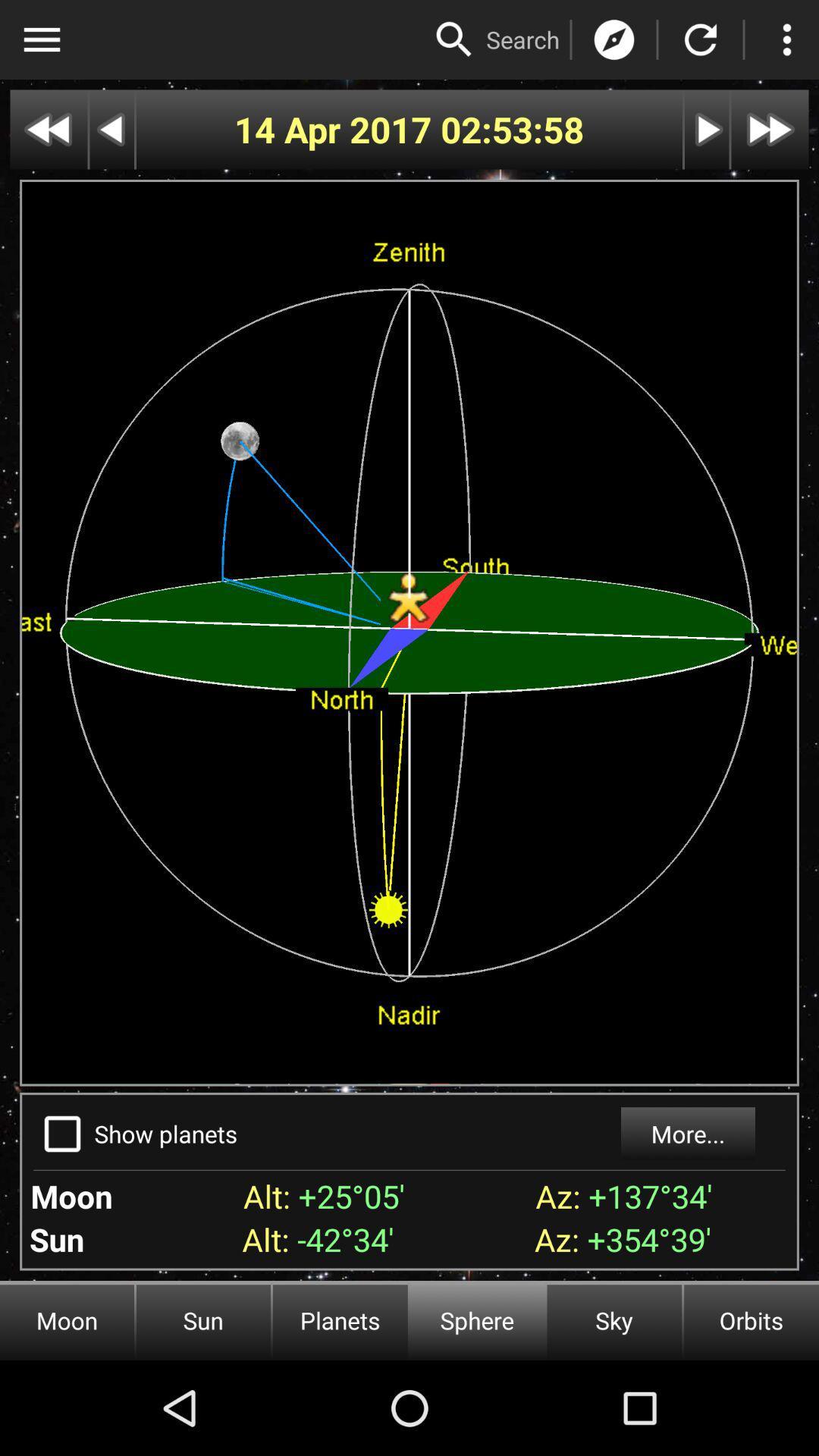  I want to click on the search item, so click(522, 39).